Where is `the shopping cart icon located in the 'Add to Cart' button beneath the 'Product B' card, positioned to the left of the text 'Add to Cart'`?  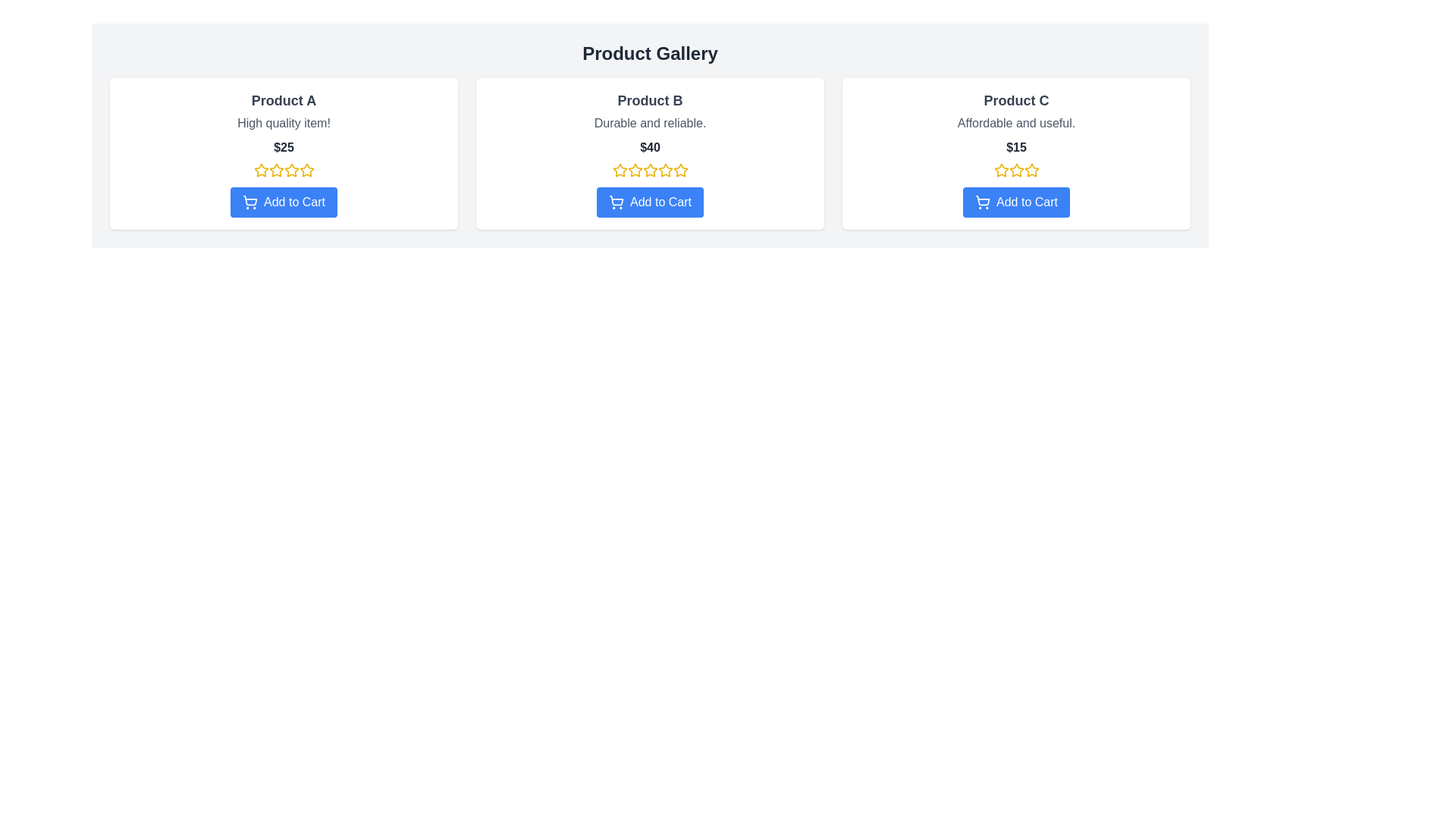 the shopping cart icon located in the 'Add to Cart' button beneath the 'Product B' card, positioned to the left of the text 'Add to Cart' is located at coordinates (616, 201).